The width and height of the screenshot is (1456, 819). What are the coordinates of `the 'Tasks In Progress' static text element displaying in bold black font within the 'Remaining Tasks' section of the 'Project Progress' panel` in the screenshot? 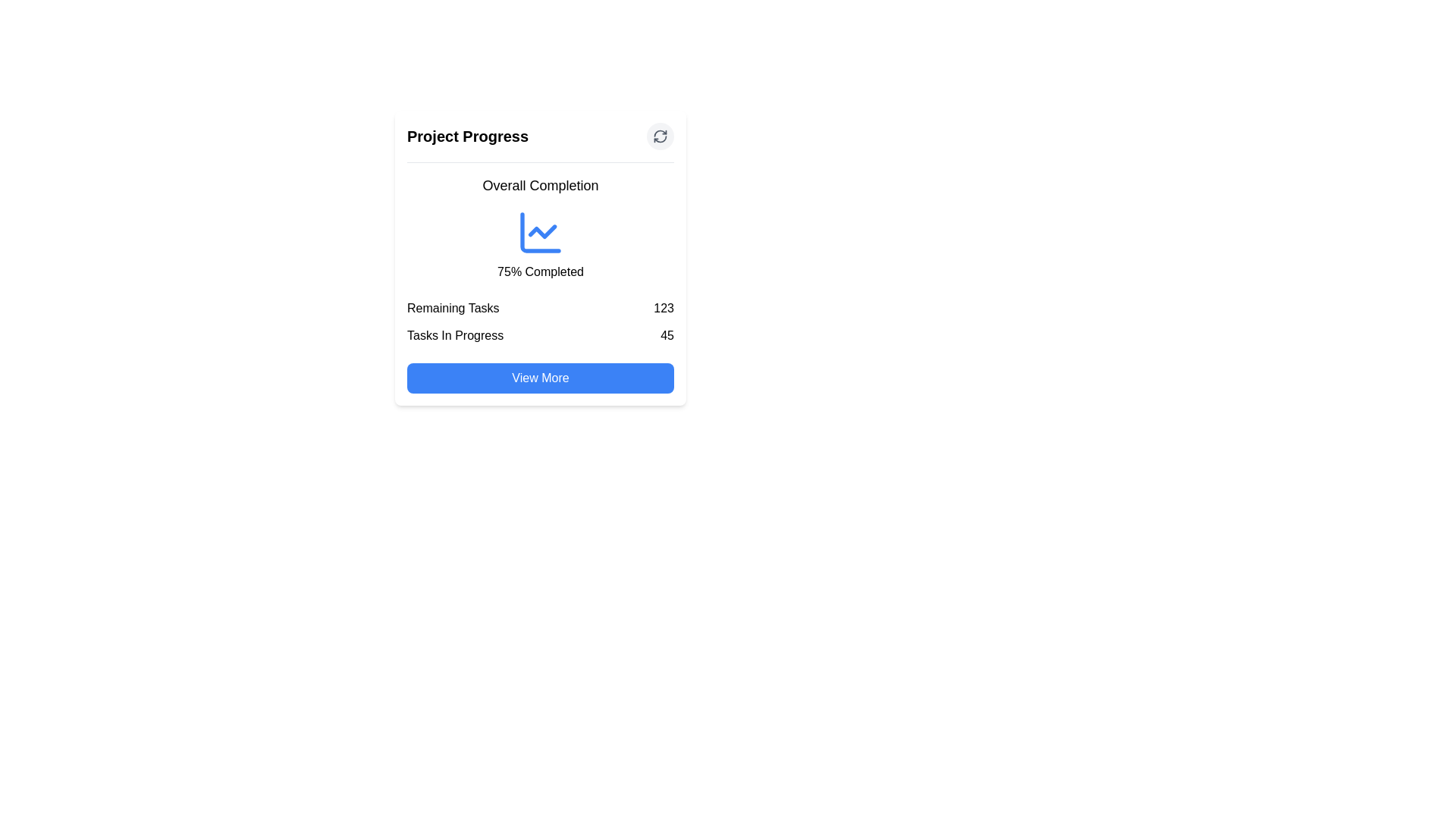 It's located at (454, 335).